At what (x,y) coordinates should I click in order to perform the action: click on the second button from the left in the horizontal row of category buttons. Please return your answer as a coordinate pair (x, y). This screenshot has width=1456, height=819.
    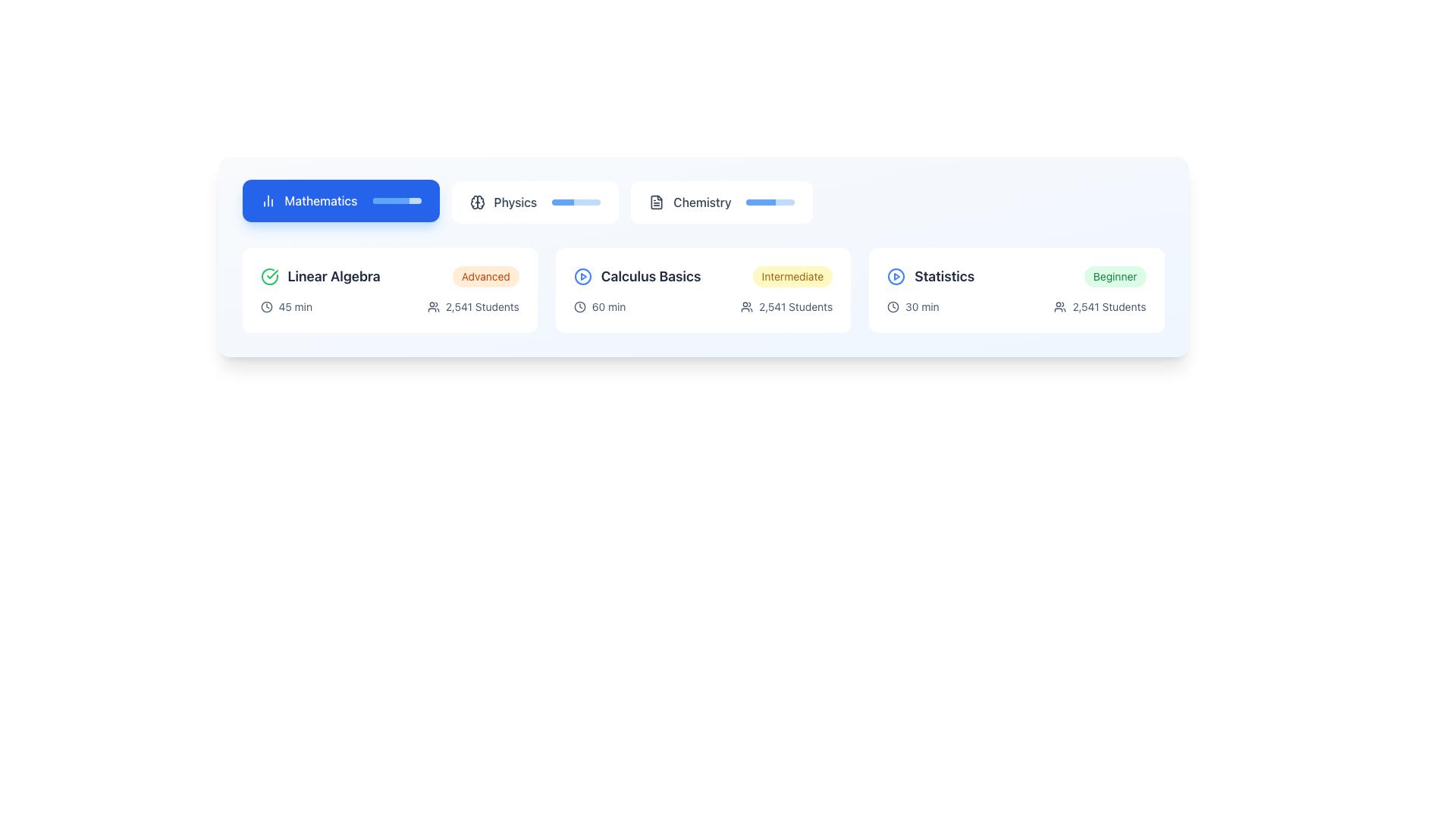
    Looking at the image, I should click on (535, 201).